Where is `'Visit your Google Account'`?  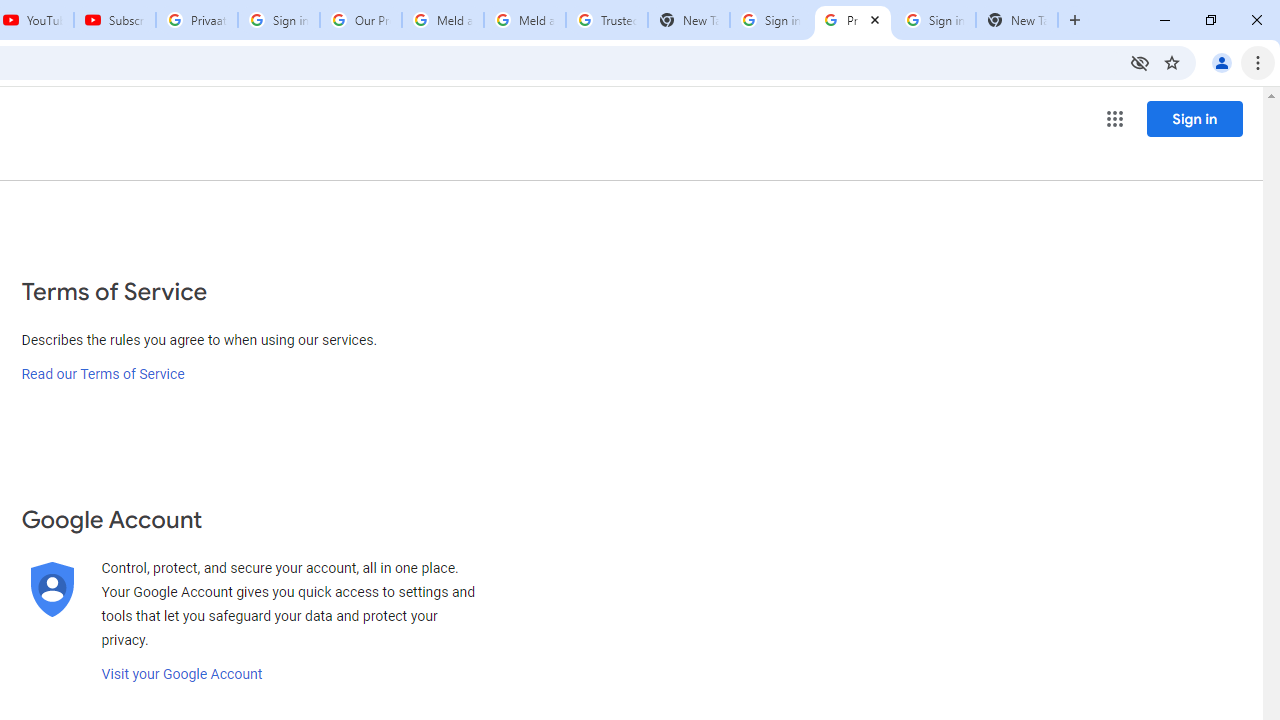 'Visit your Google Account' is located at coordinates (181, 674).